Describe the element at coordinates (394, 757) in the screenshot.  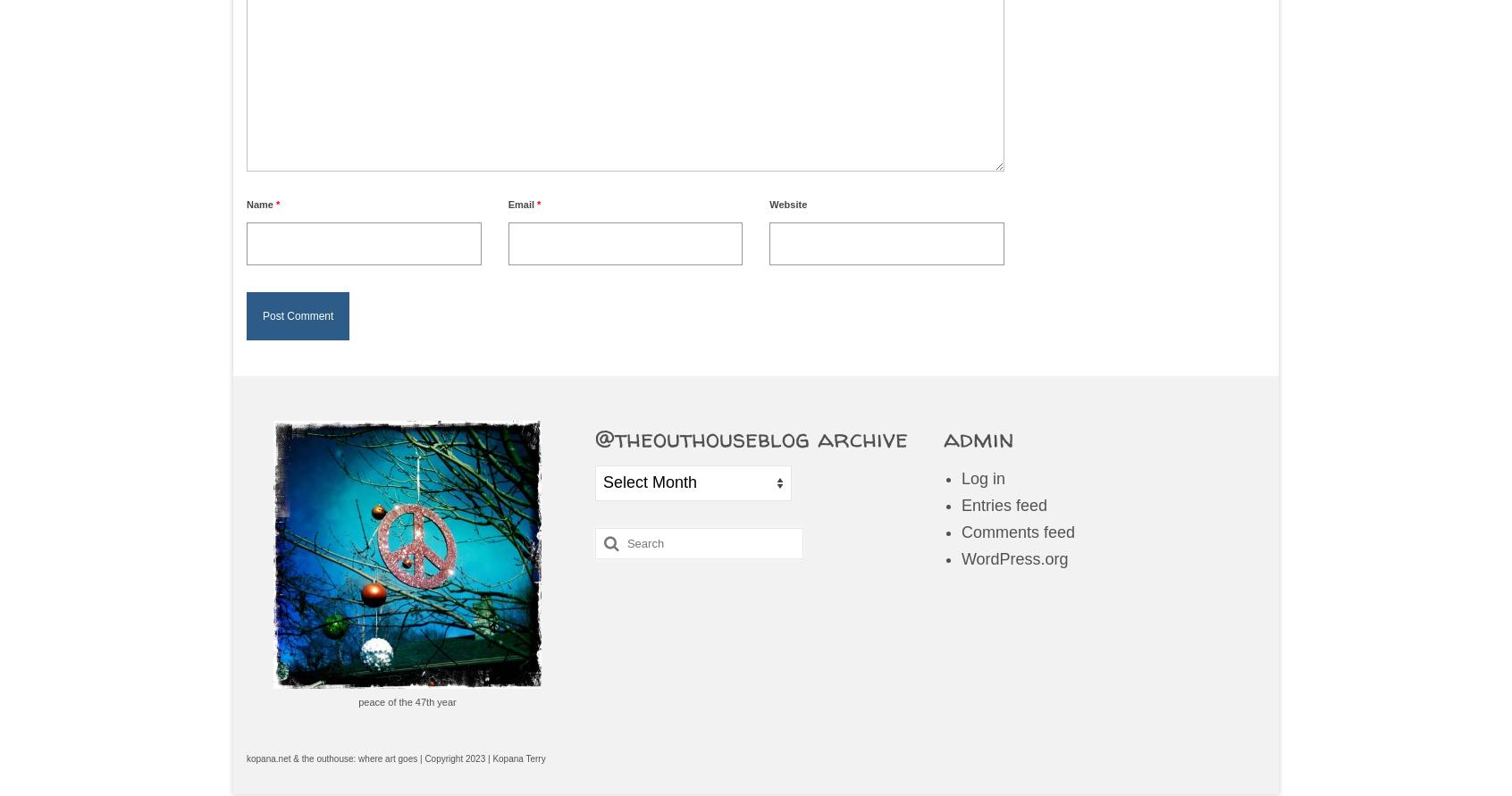
I see `'kopana.net & the outhouse: where art goes | Copyright 2023 | Kopana Terry'` at that location.